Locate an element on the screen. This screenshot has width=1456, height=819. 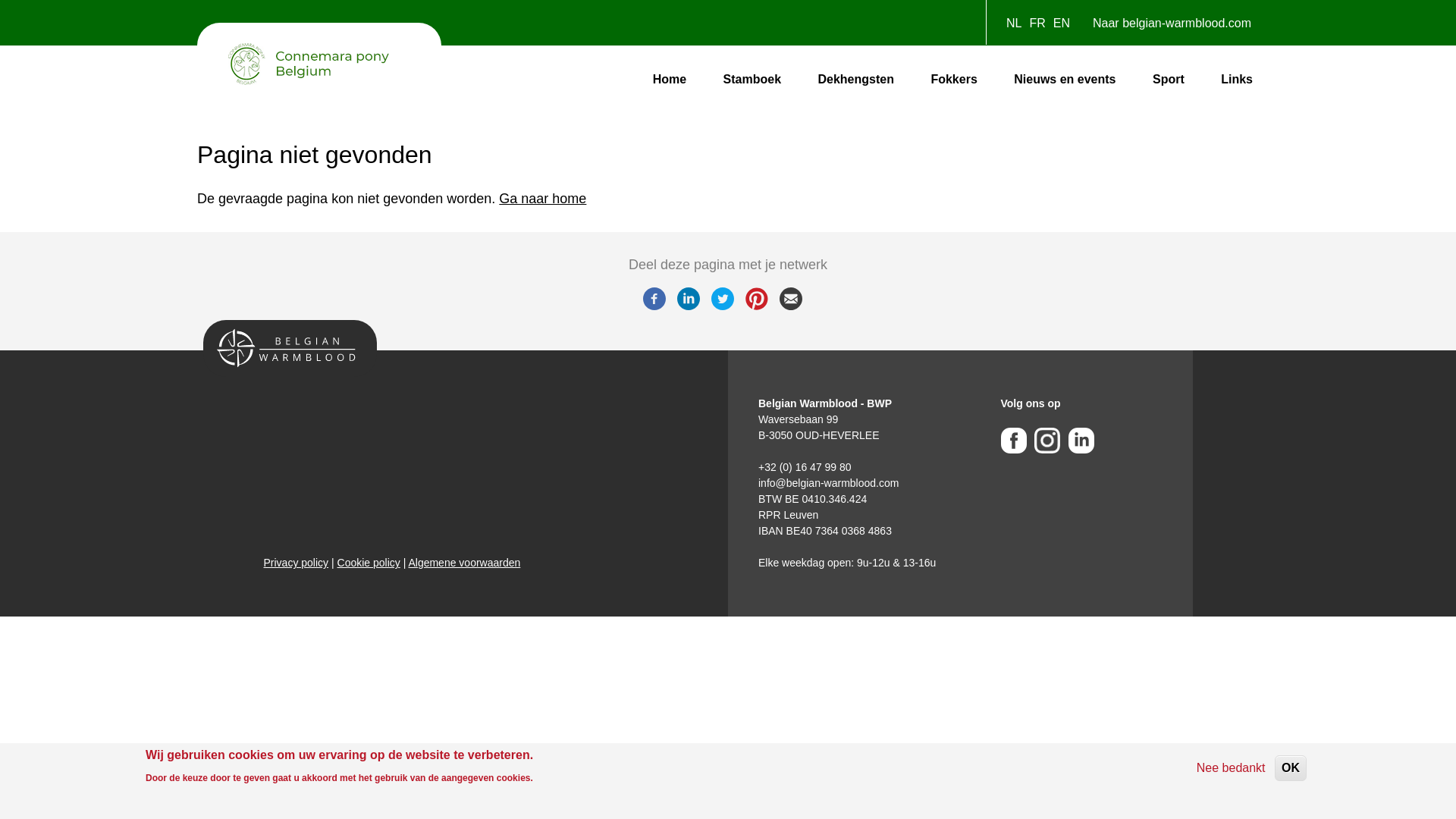
'EN' is located at coordinates (1061, 23).